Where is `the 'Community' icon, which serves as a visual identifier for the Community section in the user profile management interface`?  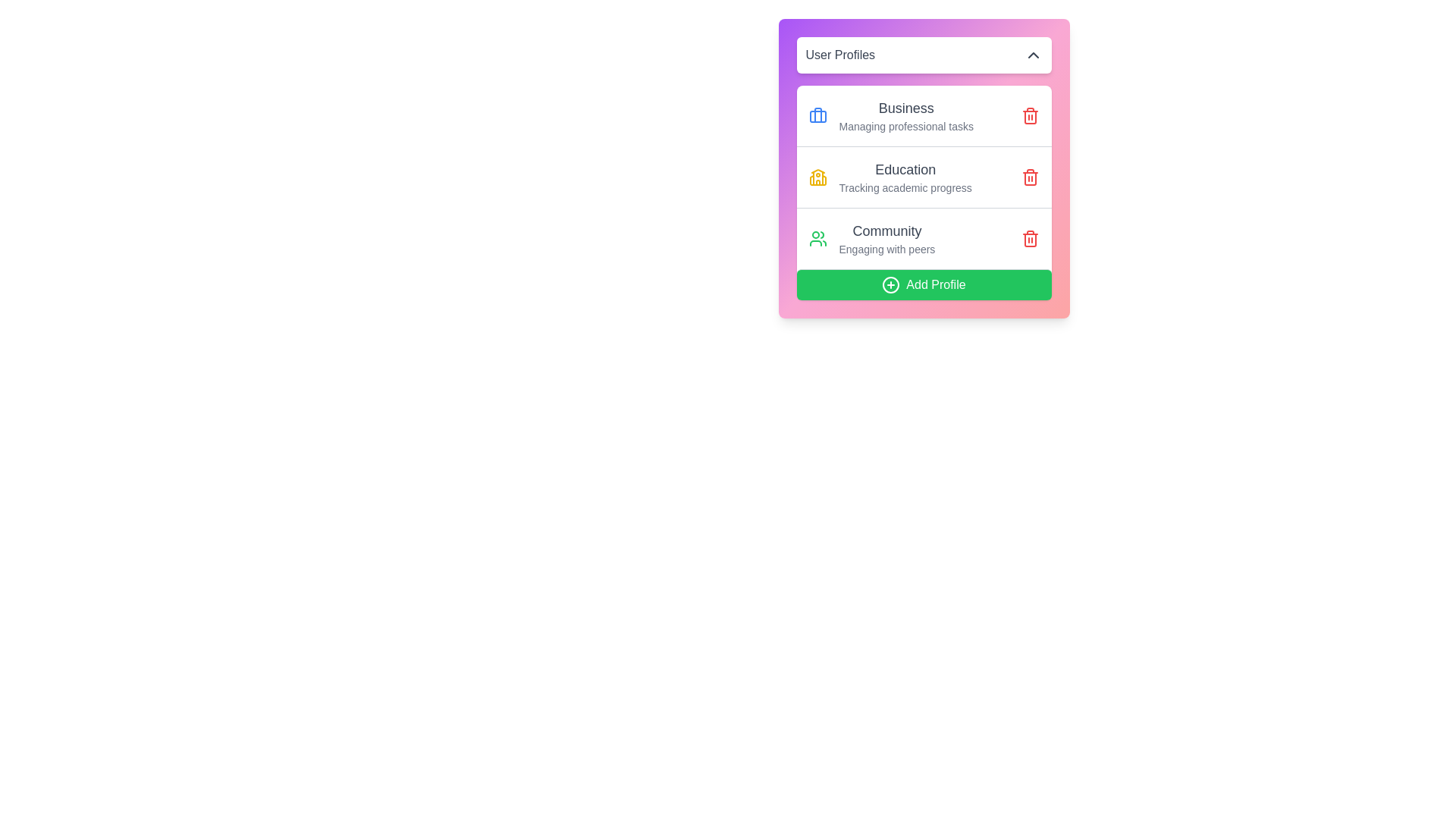 the 'Community' icon, which serves as a visual identifier for the Community section in the user profile management interface is located at coordinates (817, 239).